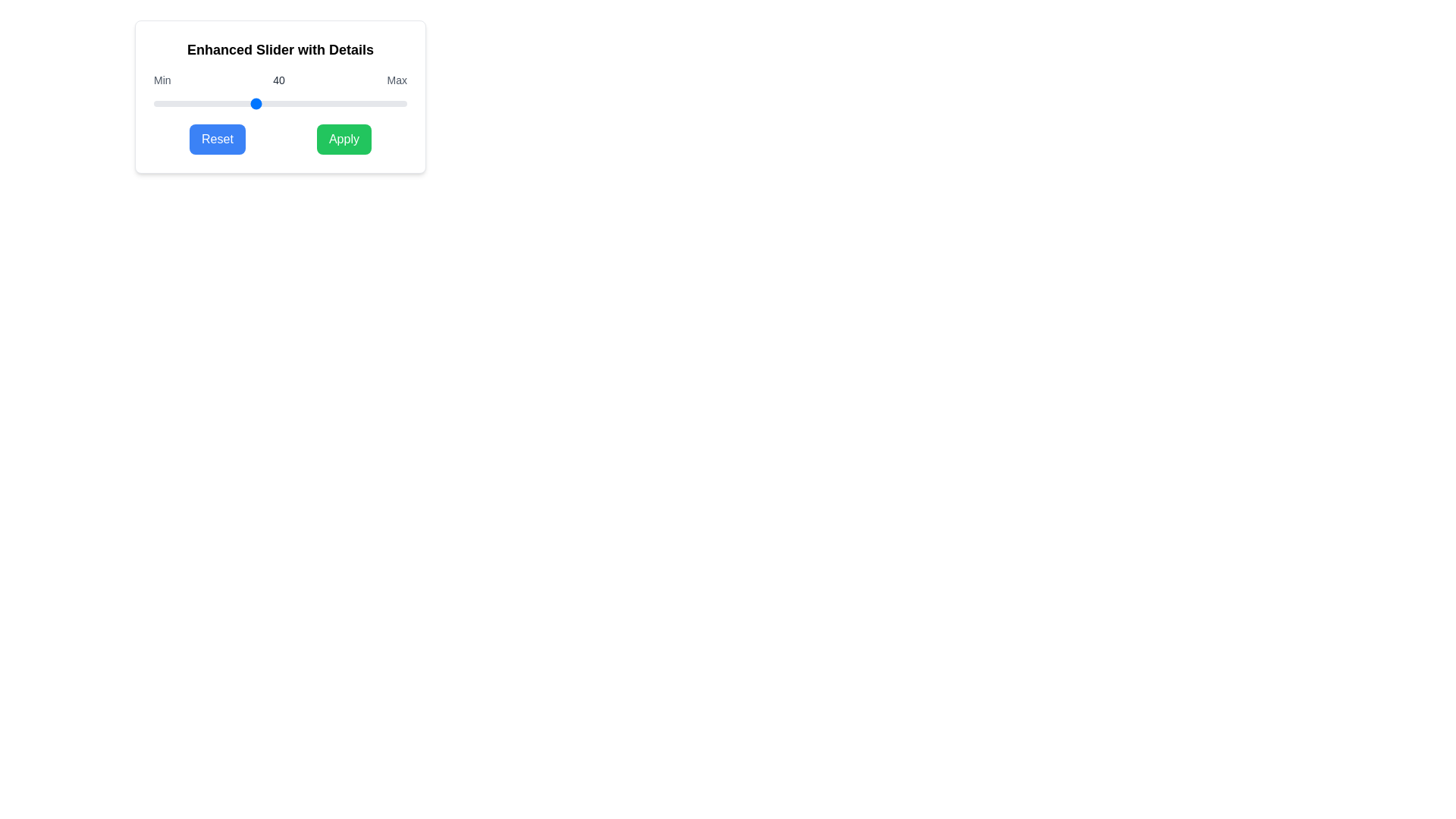  I want to click on the slider, so click(376, 103).